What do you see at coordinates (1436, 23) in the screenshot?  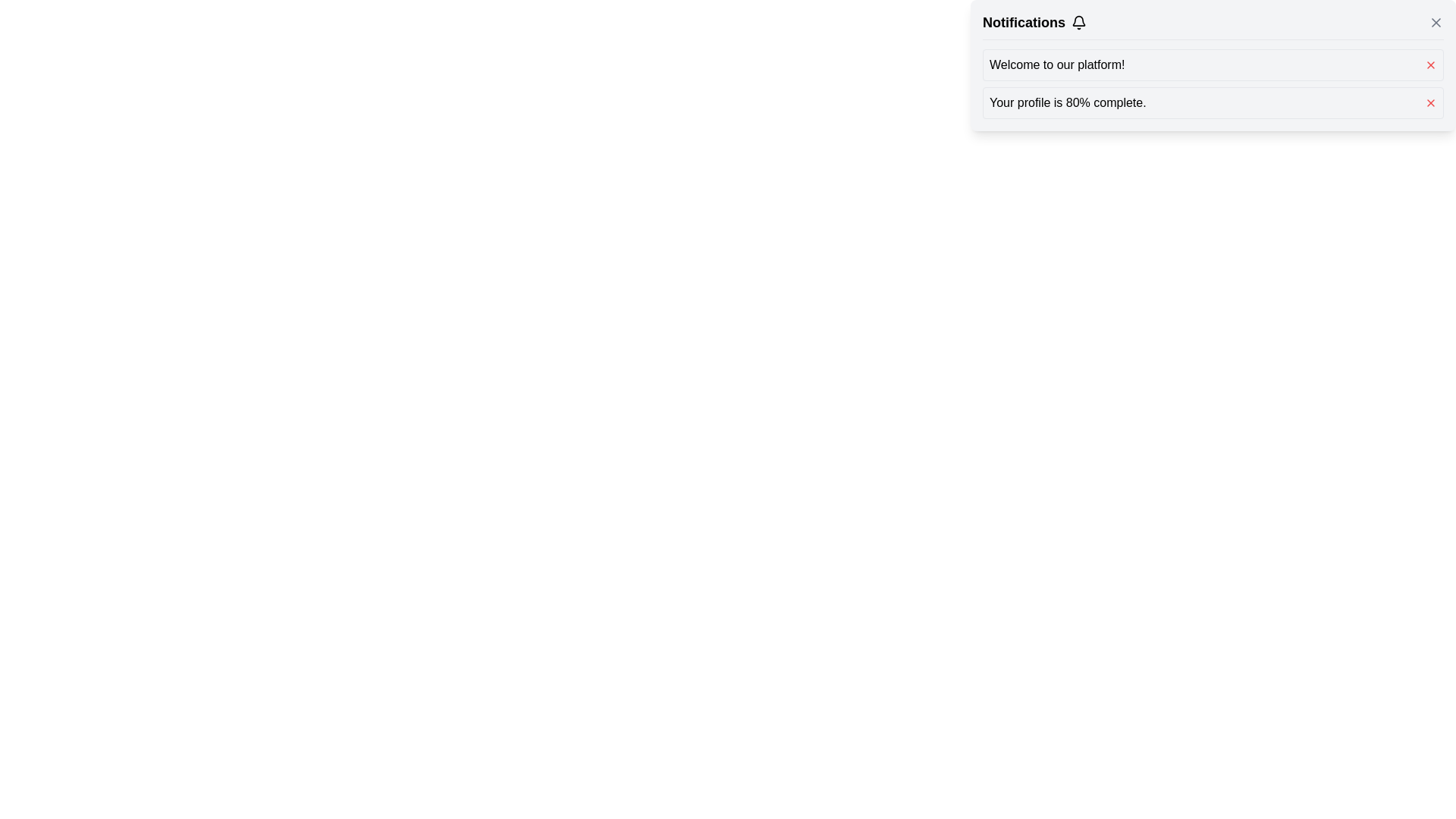 I see `the button located at the top right corner of the 'Notifications' section` at bounding box center [1436, 23].